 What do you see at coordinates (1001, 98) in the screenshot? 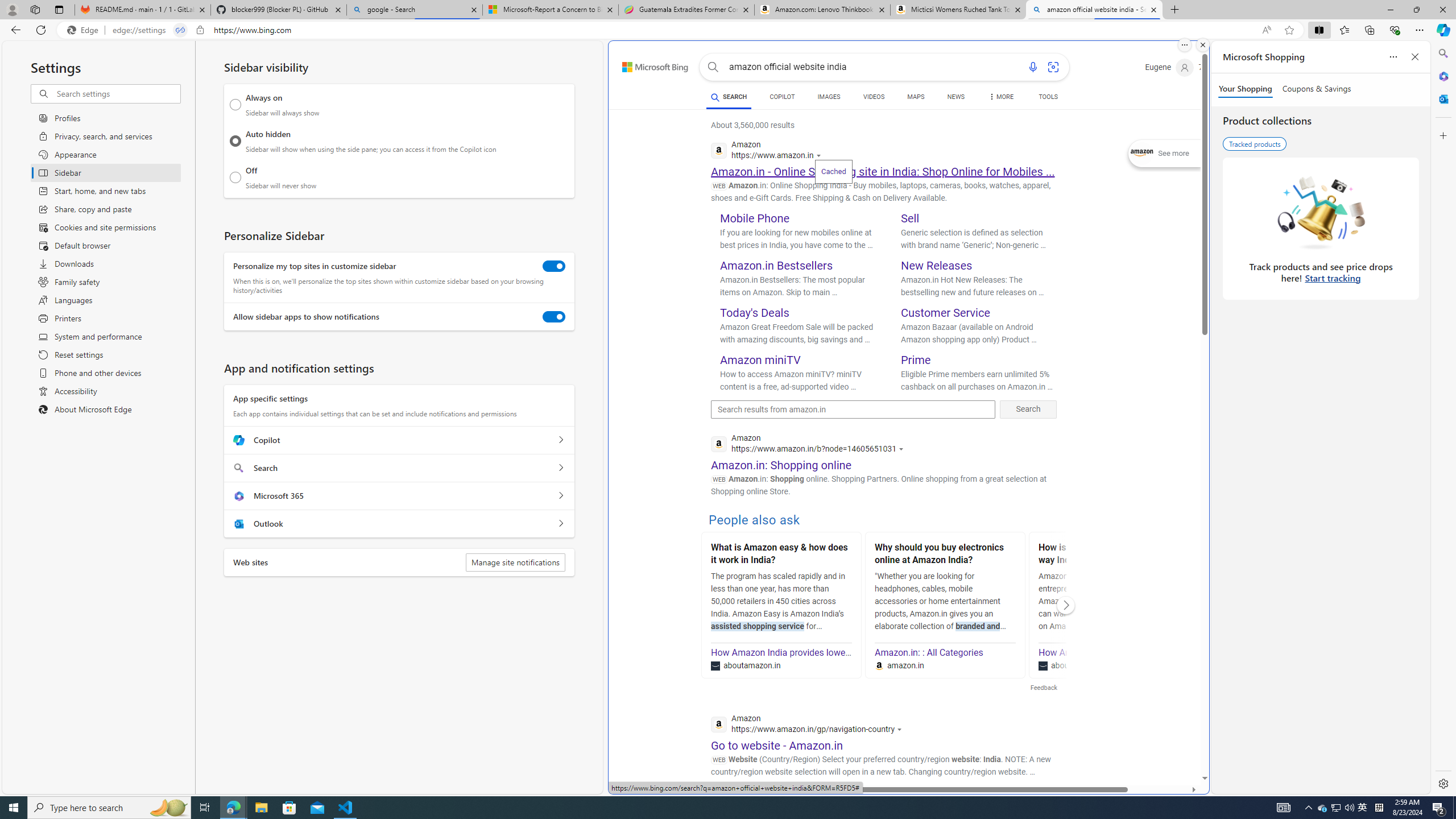
I see `'MORE'` at bounding box center [1001, 98].